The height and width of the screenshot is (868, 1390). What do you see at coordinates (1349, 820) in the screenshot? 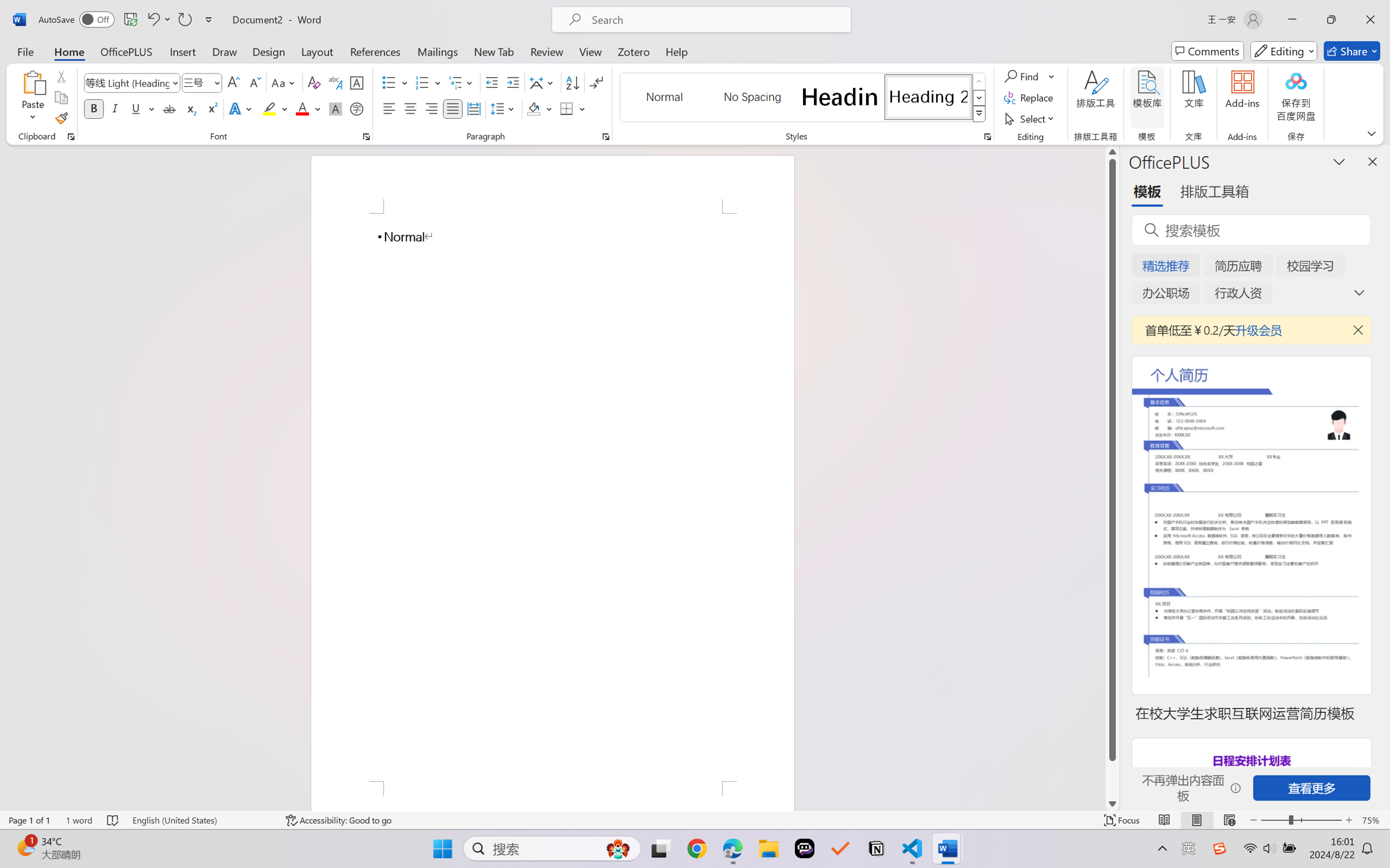
I see `'Zoom In'` at bounding box center [1349, 820].